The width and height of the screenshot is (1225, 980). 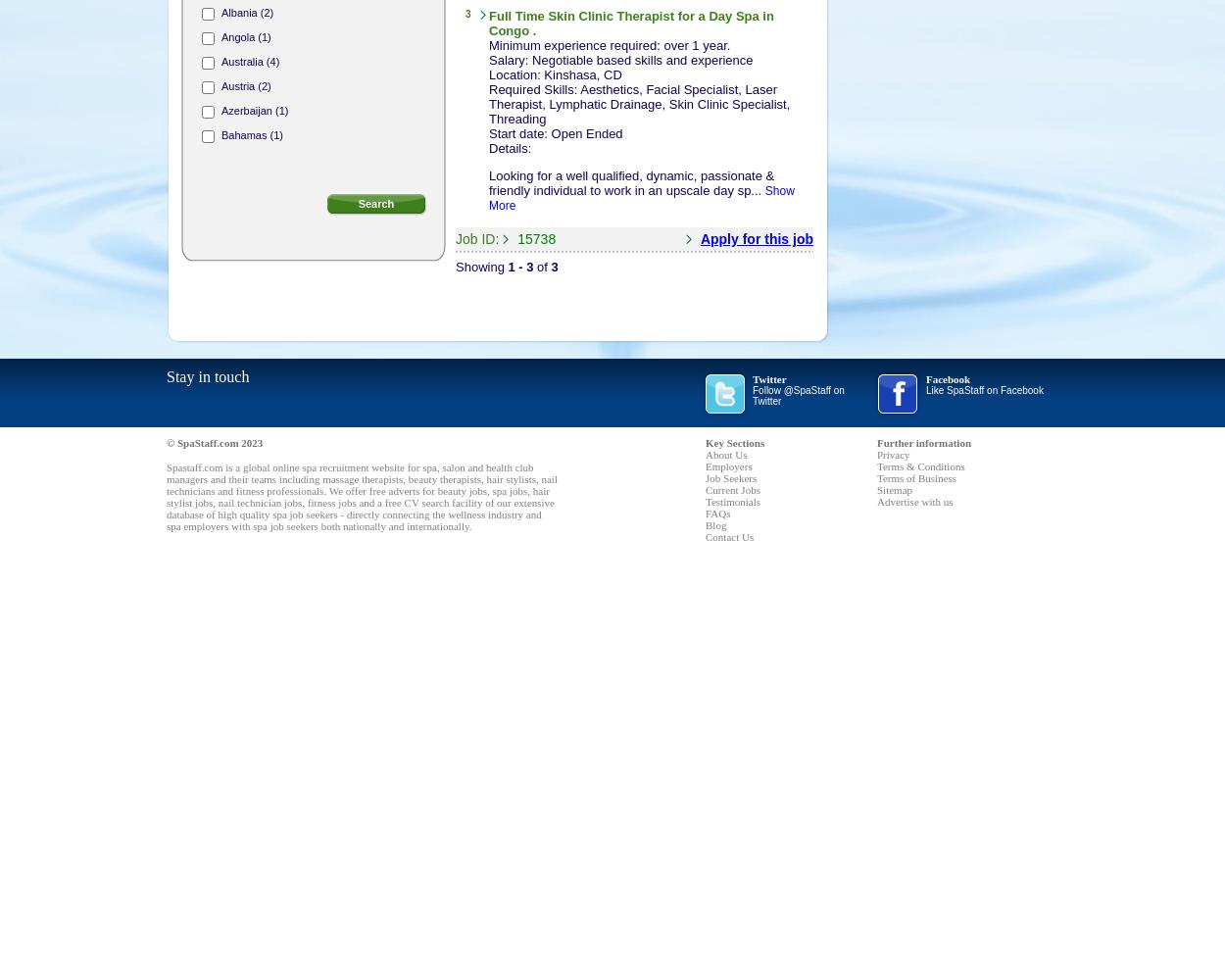 I want to click on 'Bahamas (1)', so click(x=252, y=135).